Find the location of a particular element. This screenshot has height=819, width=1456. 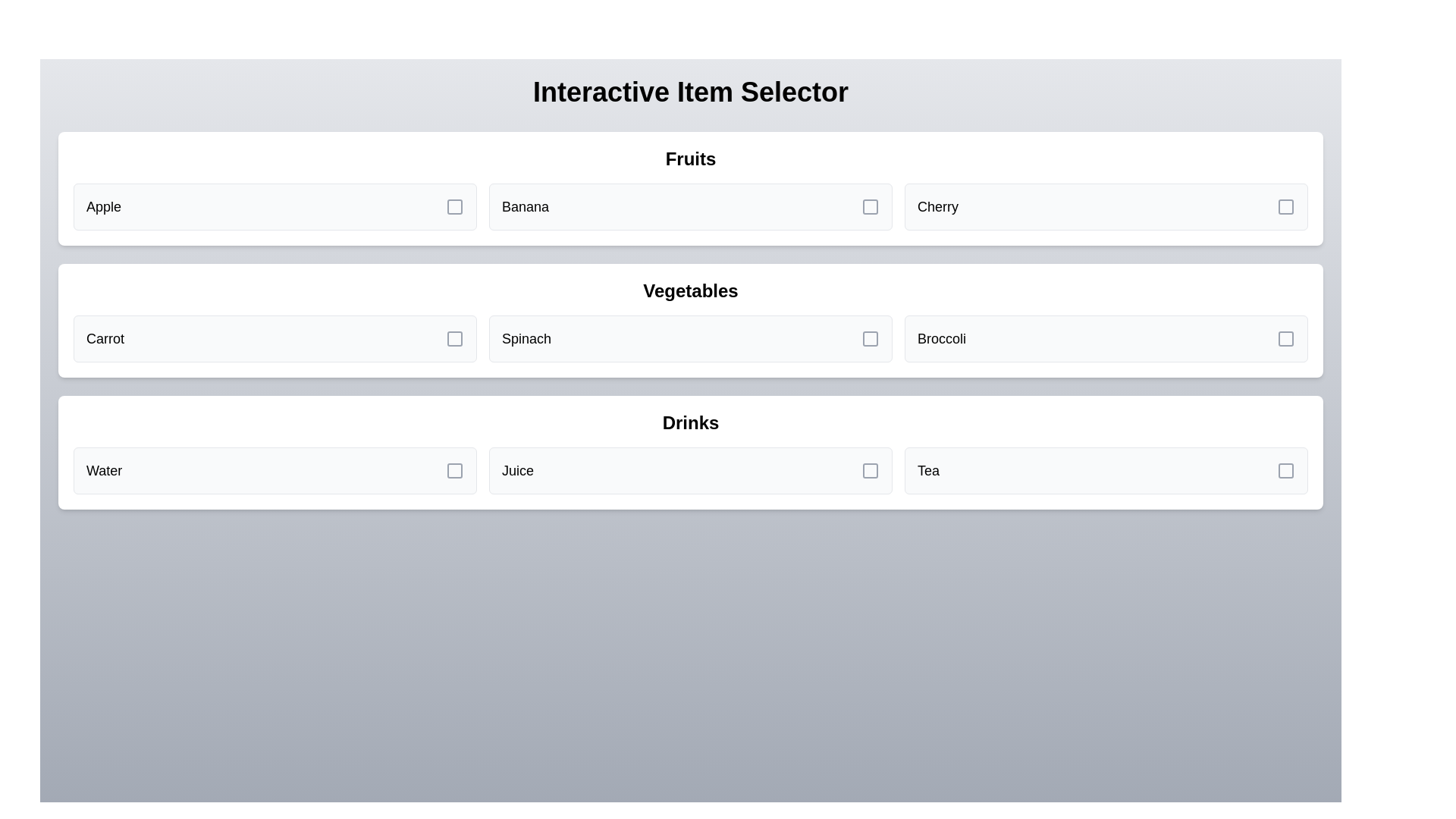

the item Broccoli from the grid is located at coordinates (1106, 338).